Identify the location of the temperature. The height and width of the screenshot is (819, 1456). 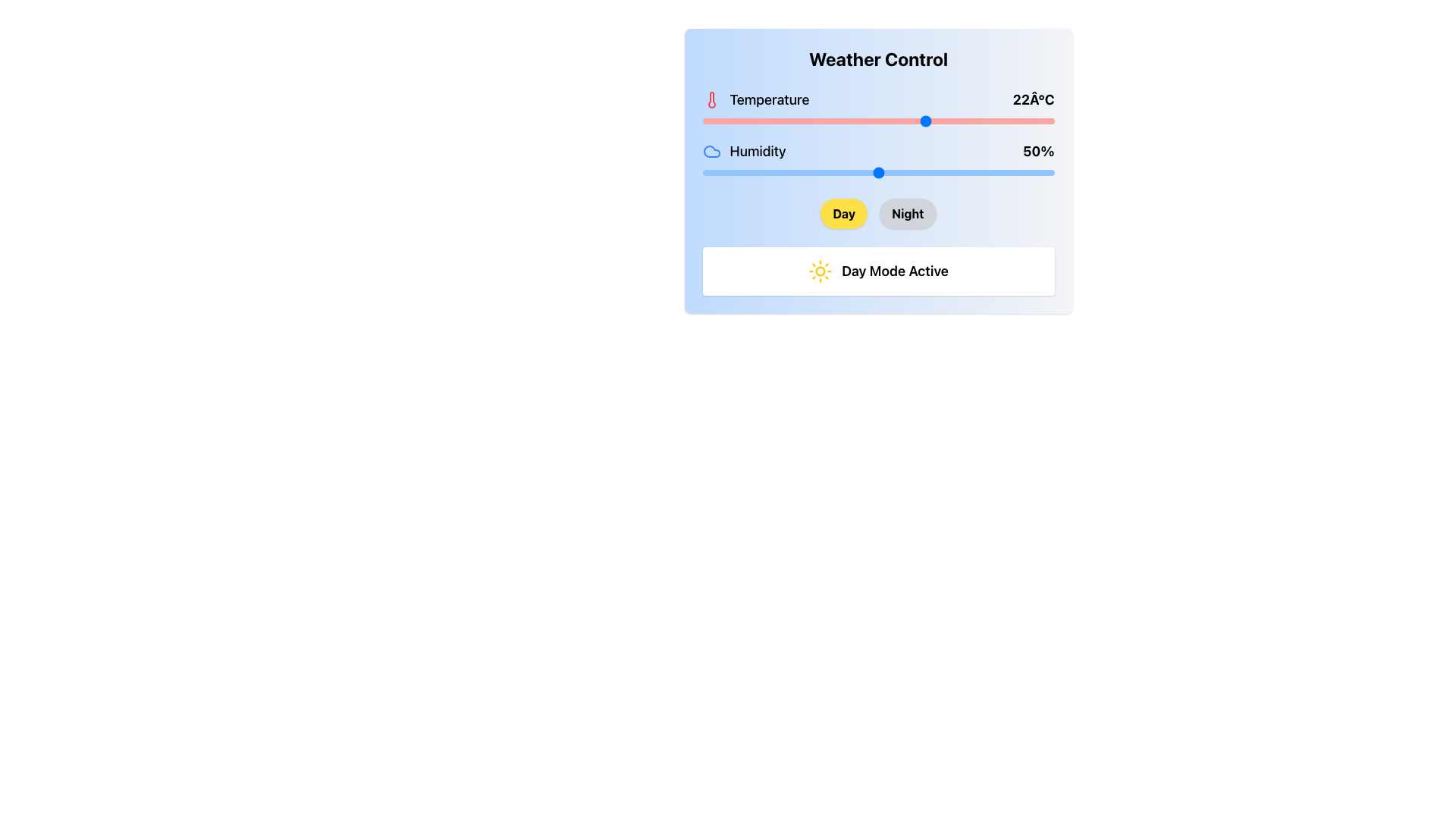
(814, 120).